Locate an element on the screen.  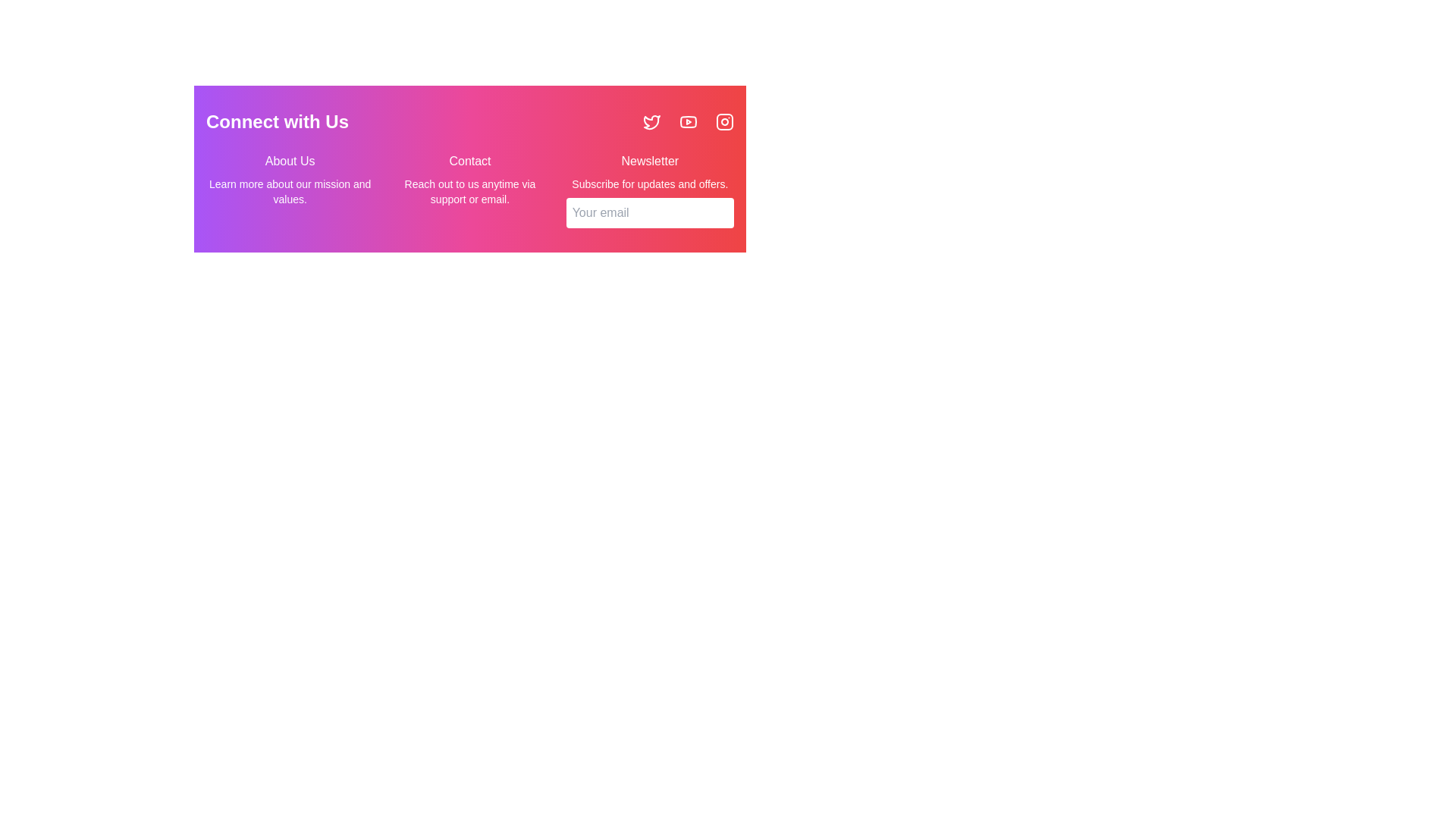
the Informational text block with the header 'Contact', which contains a message about reaching out via support or email, located in the middle column of a three-column layout is located at coordinates (469, 189).